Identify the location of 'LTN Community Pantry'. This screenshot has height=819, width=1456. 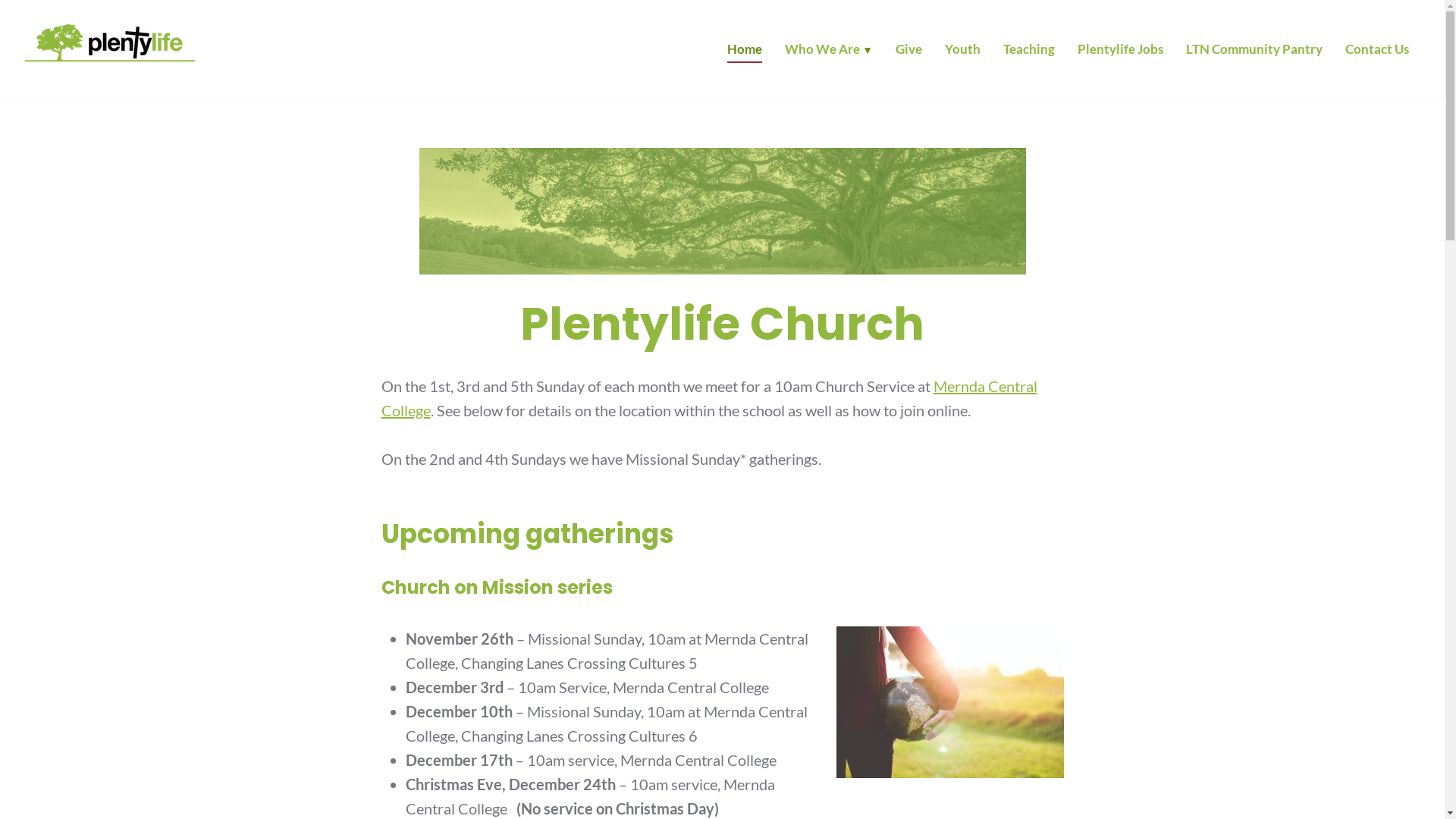
(1254, 51).